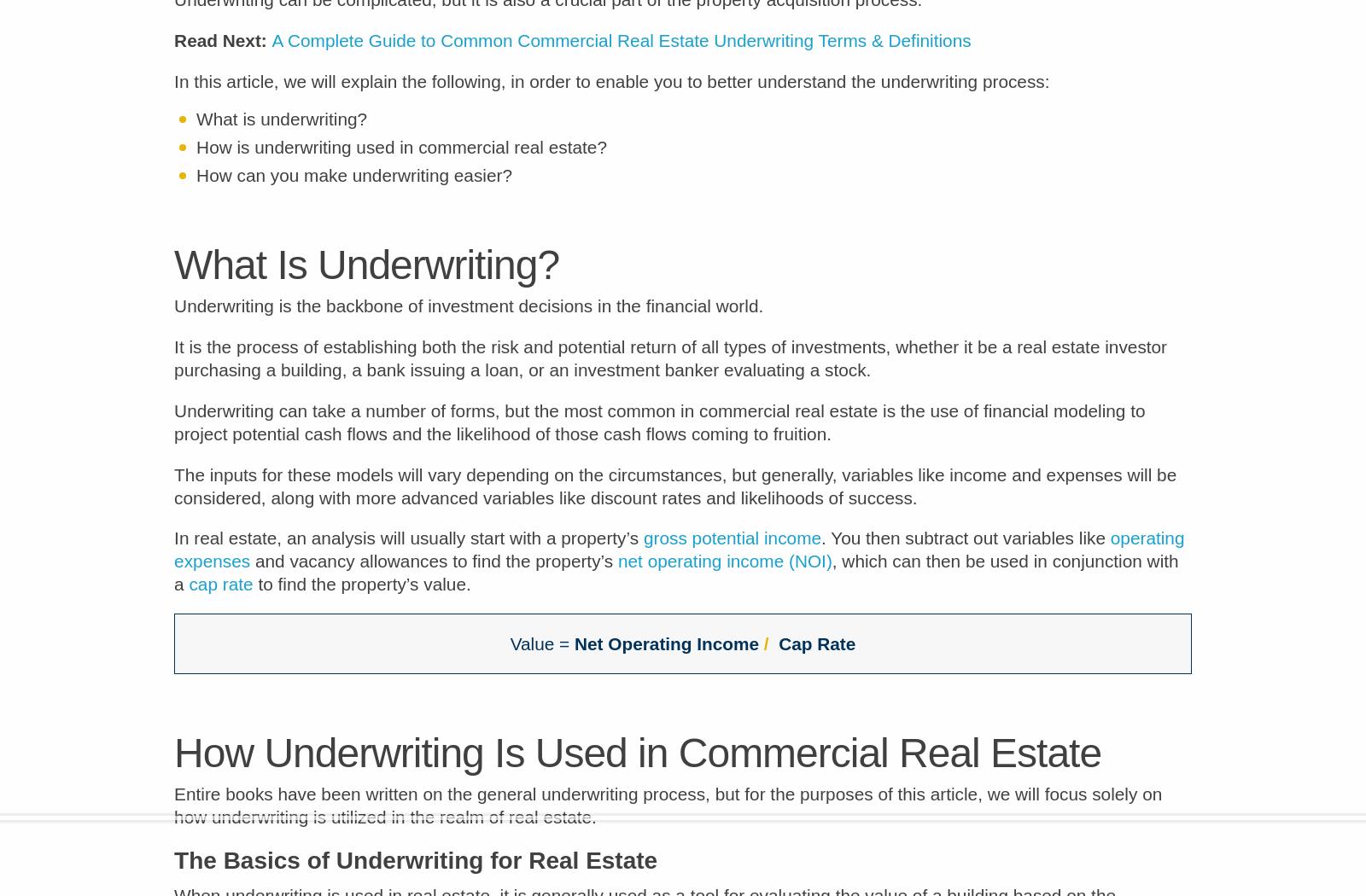 This screenshot has height=896, width=1366. I want to click on 'Underwriting can be complicated, but it is also a crucial part of the property acquisition process.', so click(547, 11).